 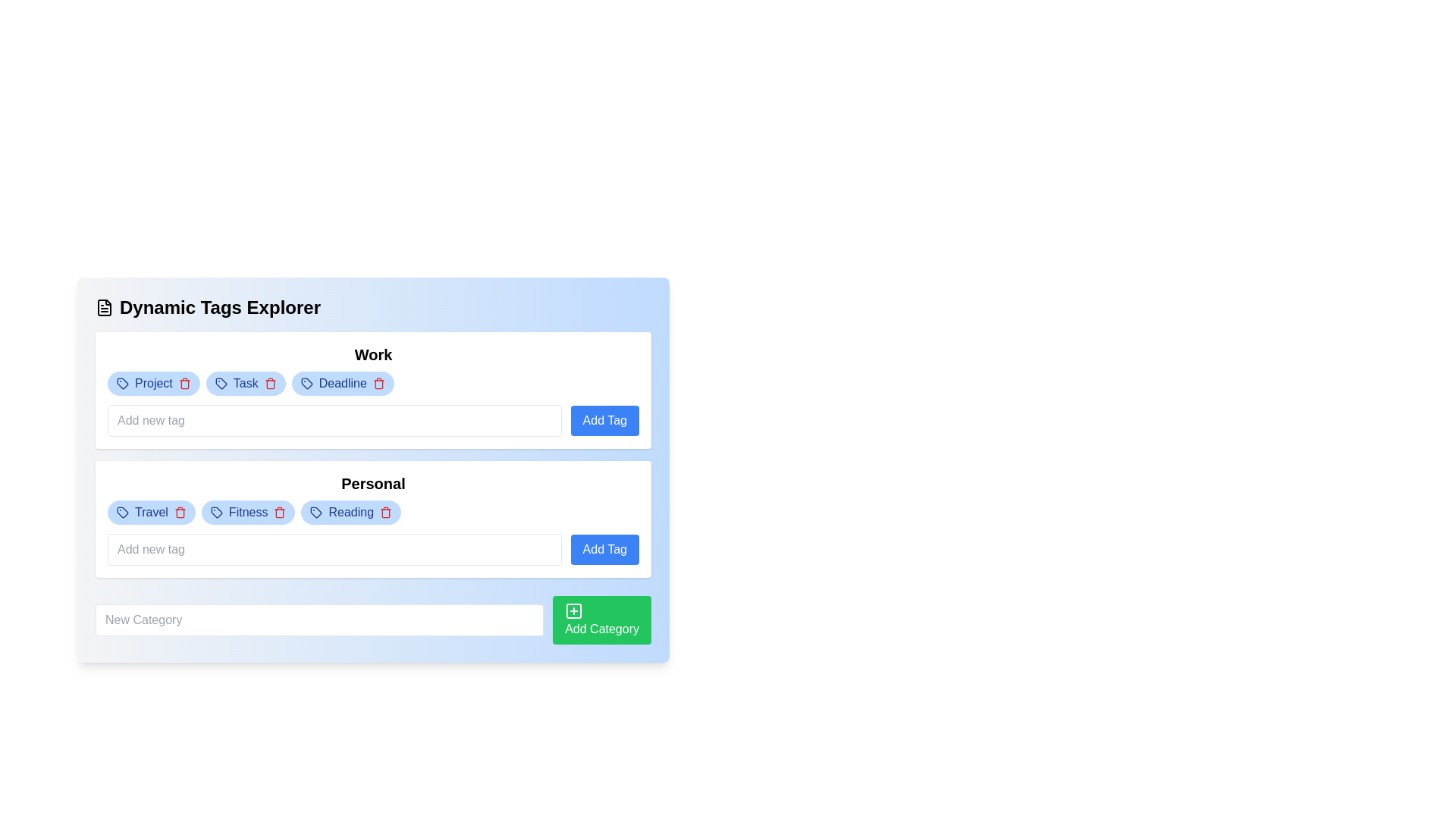 What do you see at coordinates (604, 421) in the screenshot?
I see `the 'Add Tag' button, which is a rectangular button with a blue background and white text, located under the 'Work' heading` at bounding box center [604, 421].